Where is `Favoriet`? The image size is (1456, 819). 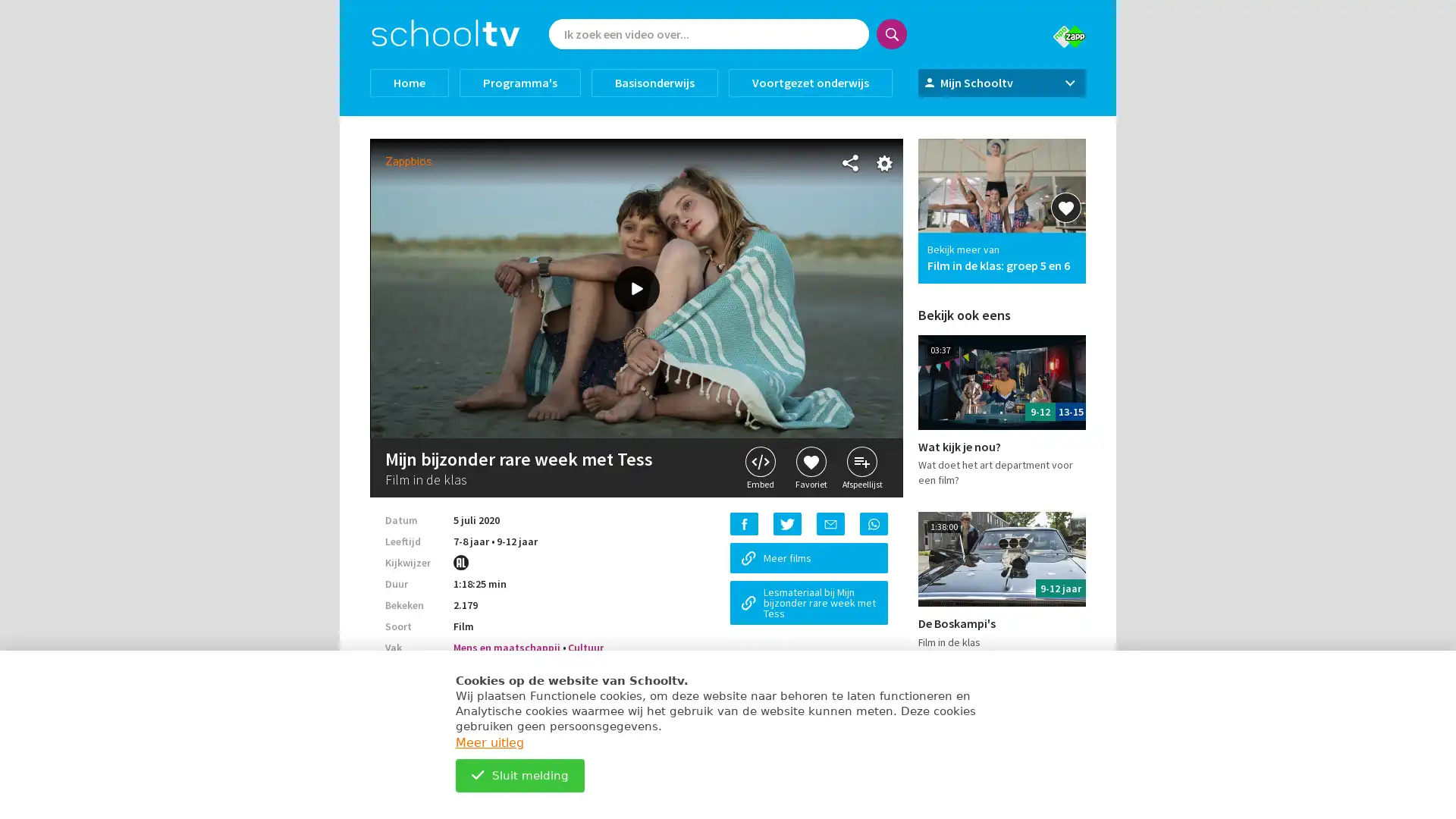
Favoriet is located at coordinates (810, 467).